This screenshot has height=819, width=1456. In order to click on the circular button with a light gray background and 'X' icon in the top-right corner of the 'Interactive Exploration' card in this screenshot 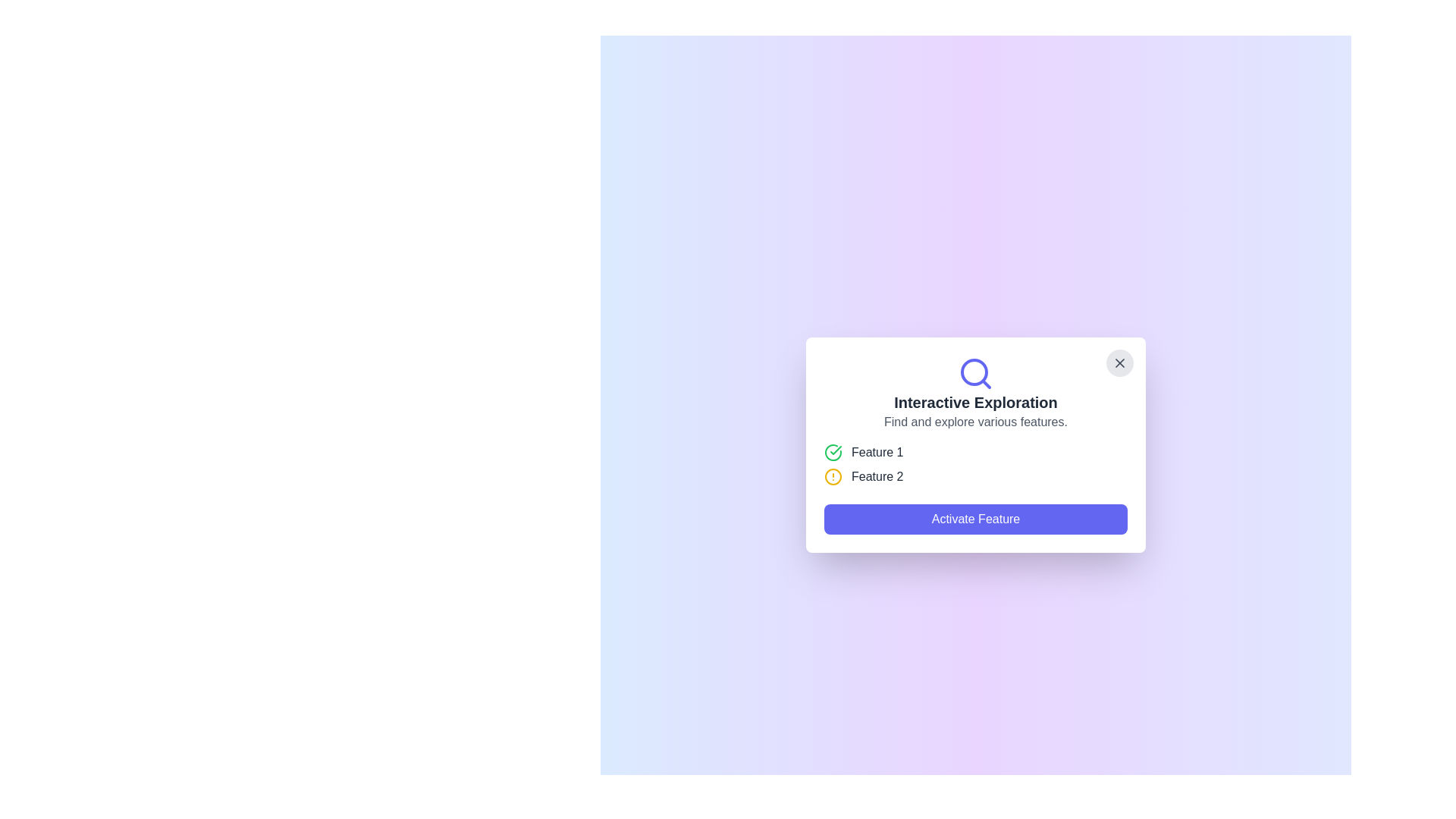, I will do `click(1120, 362)`.